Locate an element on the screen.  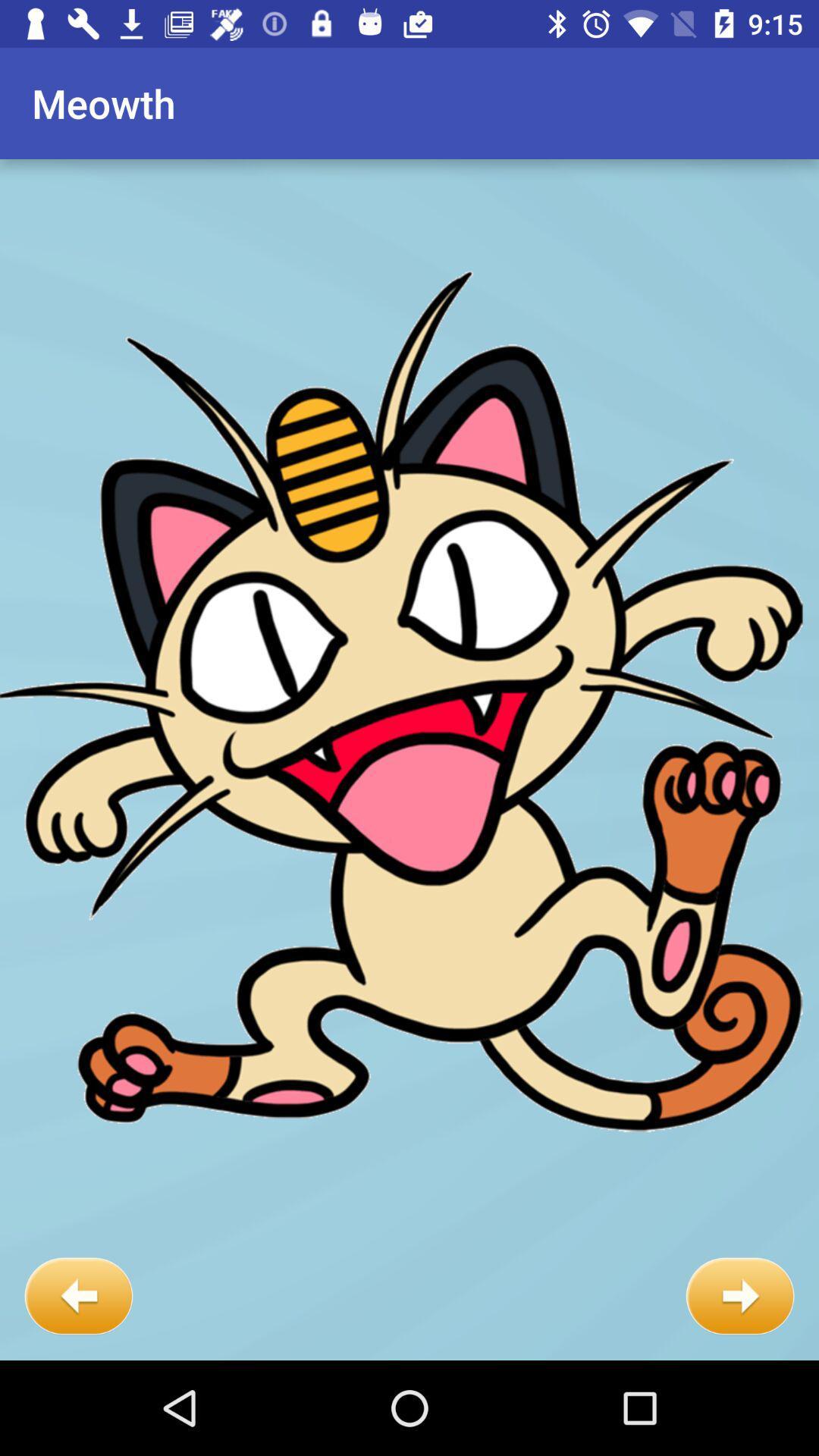
icon at the bottom left corner is located at coordinates (78, 1295).